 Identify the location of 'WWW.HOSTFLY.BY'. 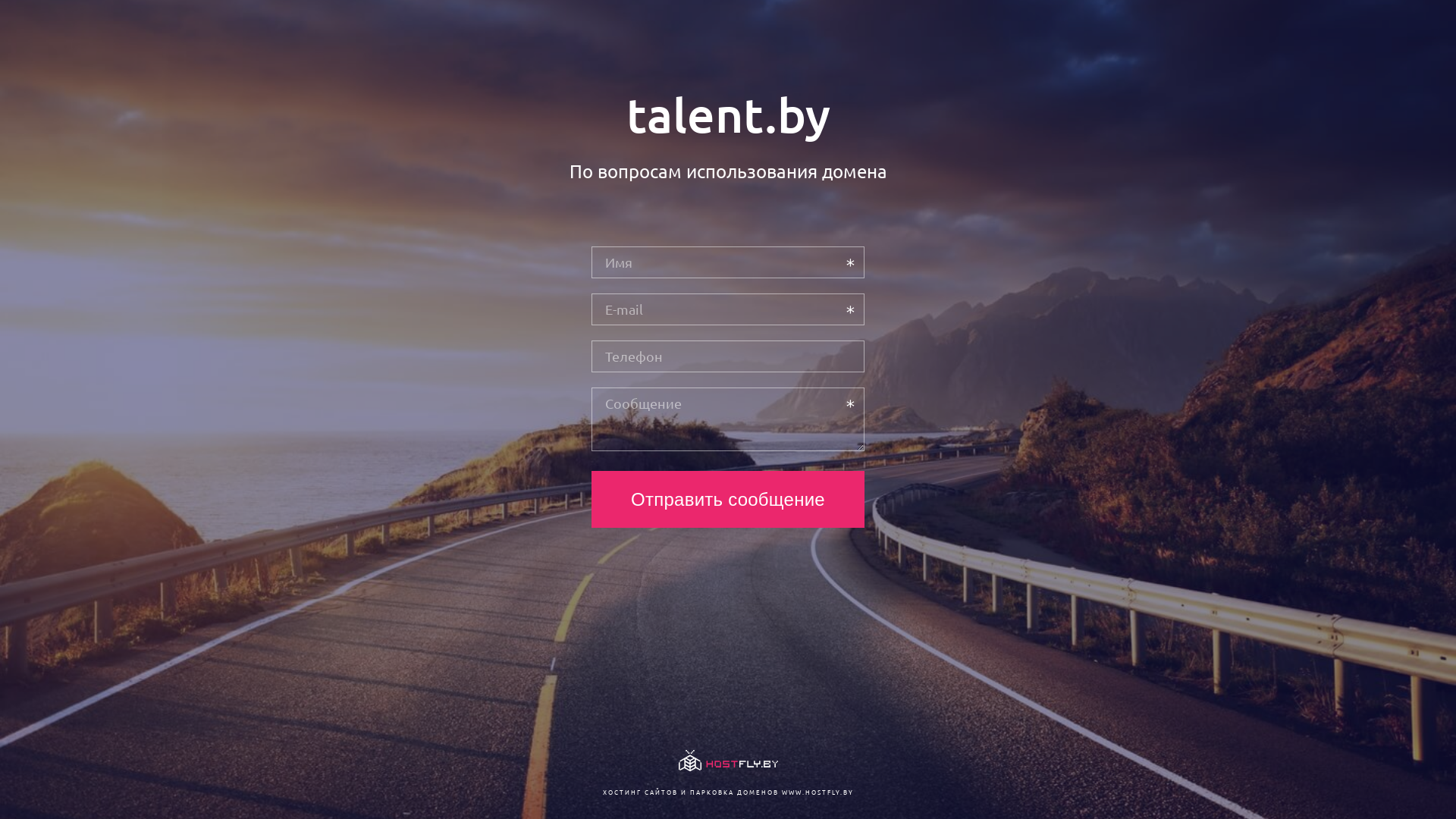
(816, 791).